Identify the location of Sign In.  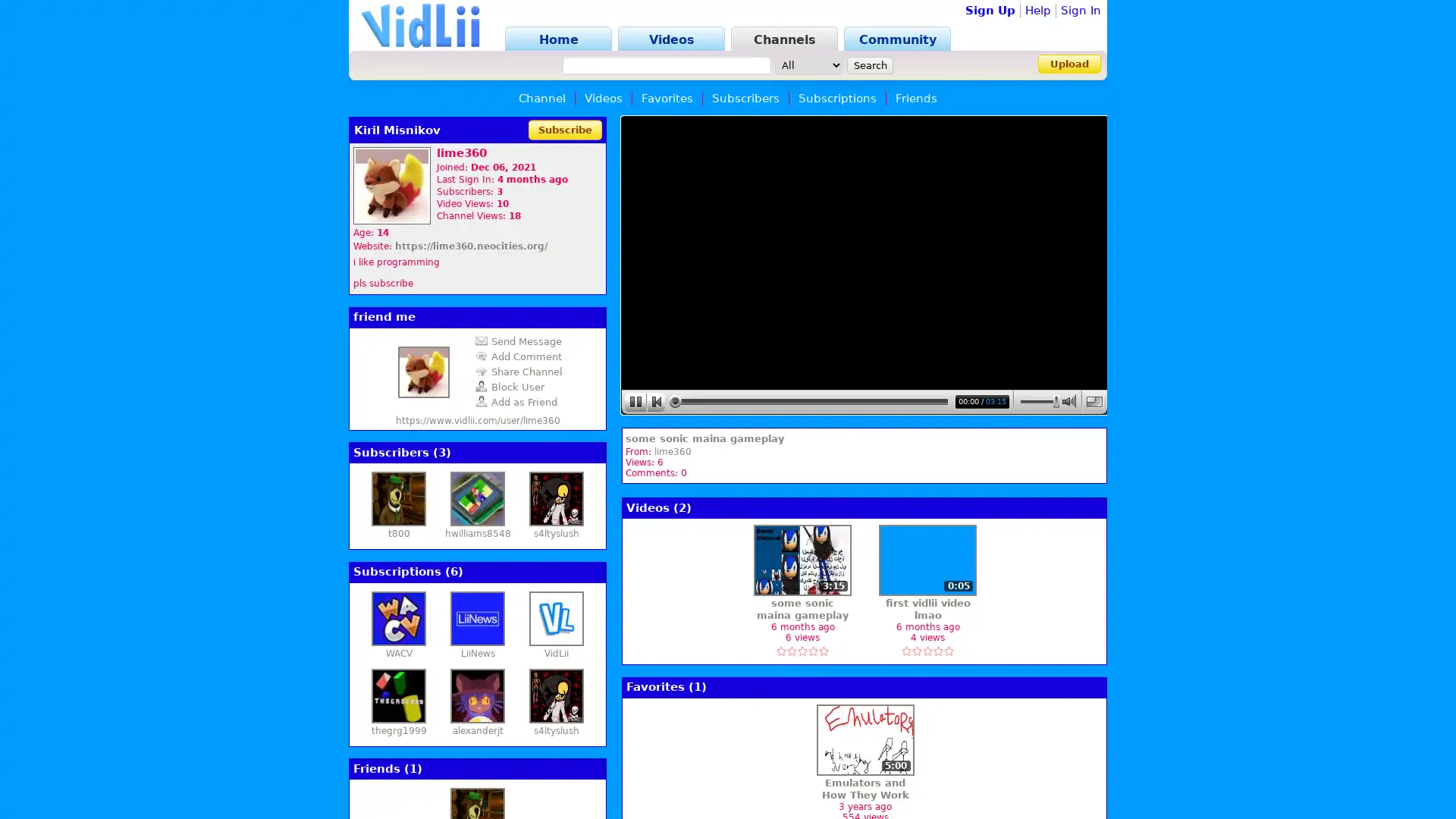
(1021, 84).